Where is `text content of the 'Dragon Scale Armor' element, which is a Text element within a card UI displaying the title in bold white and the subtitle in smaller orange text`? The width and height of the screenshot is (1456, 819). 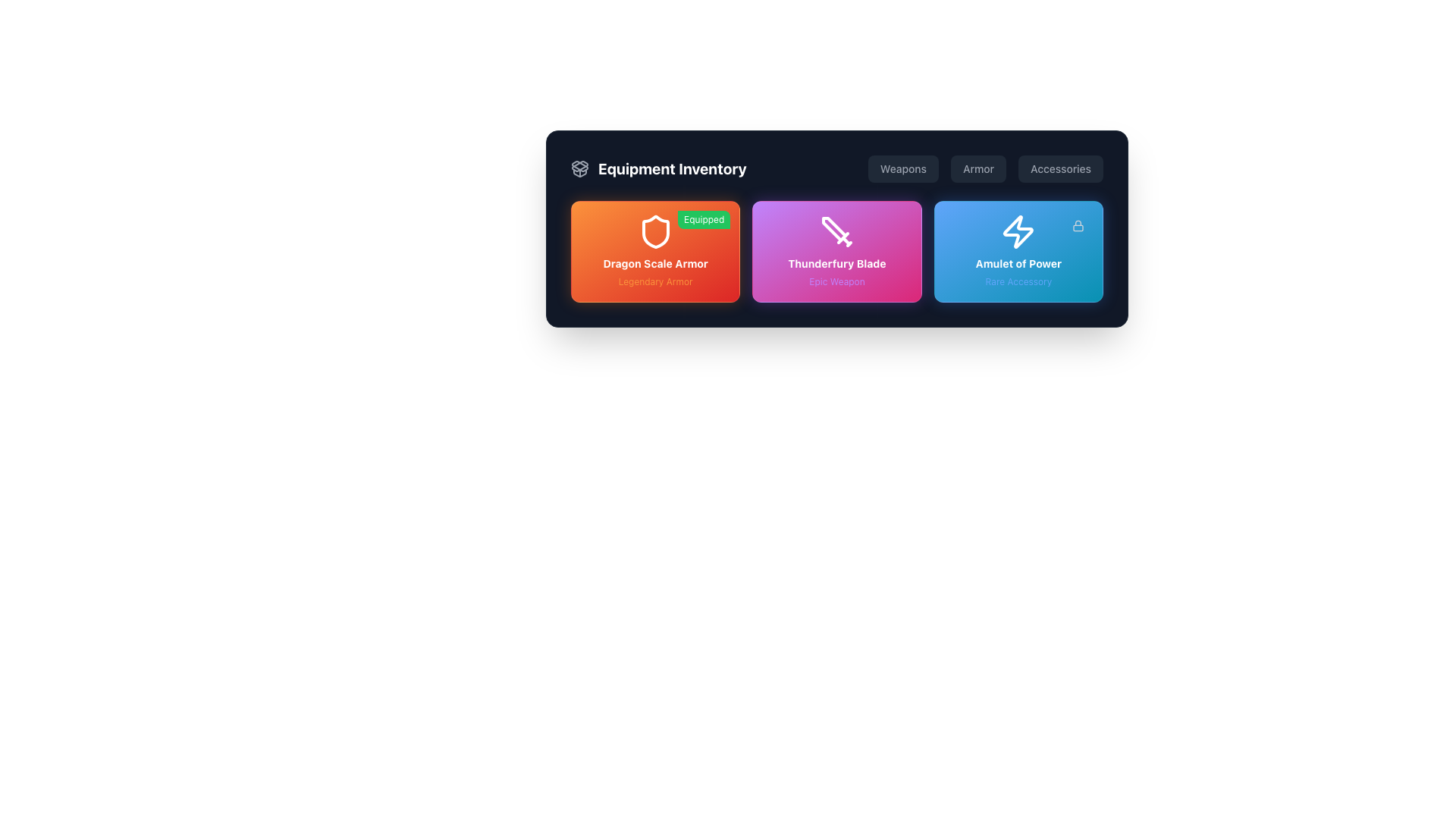
text content of the 'Dragon Scale Armor' element, which is a Text element within a card UI displaying the title in bold white and the subtitle in smaller orange text is located at coordinates (655, 271).